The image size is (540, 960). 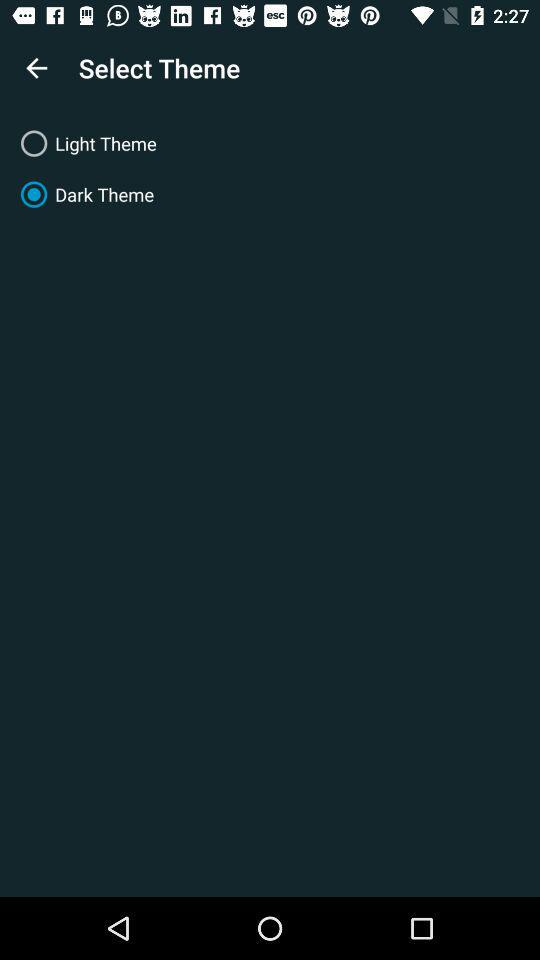 What do you see at coordinates (270, 194) in the screenshot?
I see `the icon below light theme item` at bounding box center [270, 194].